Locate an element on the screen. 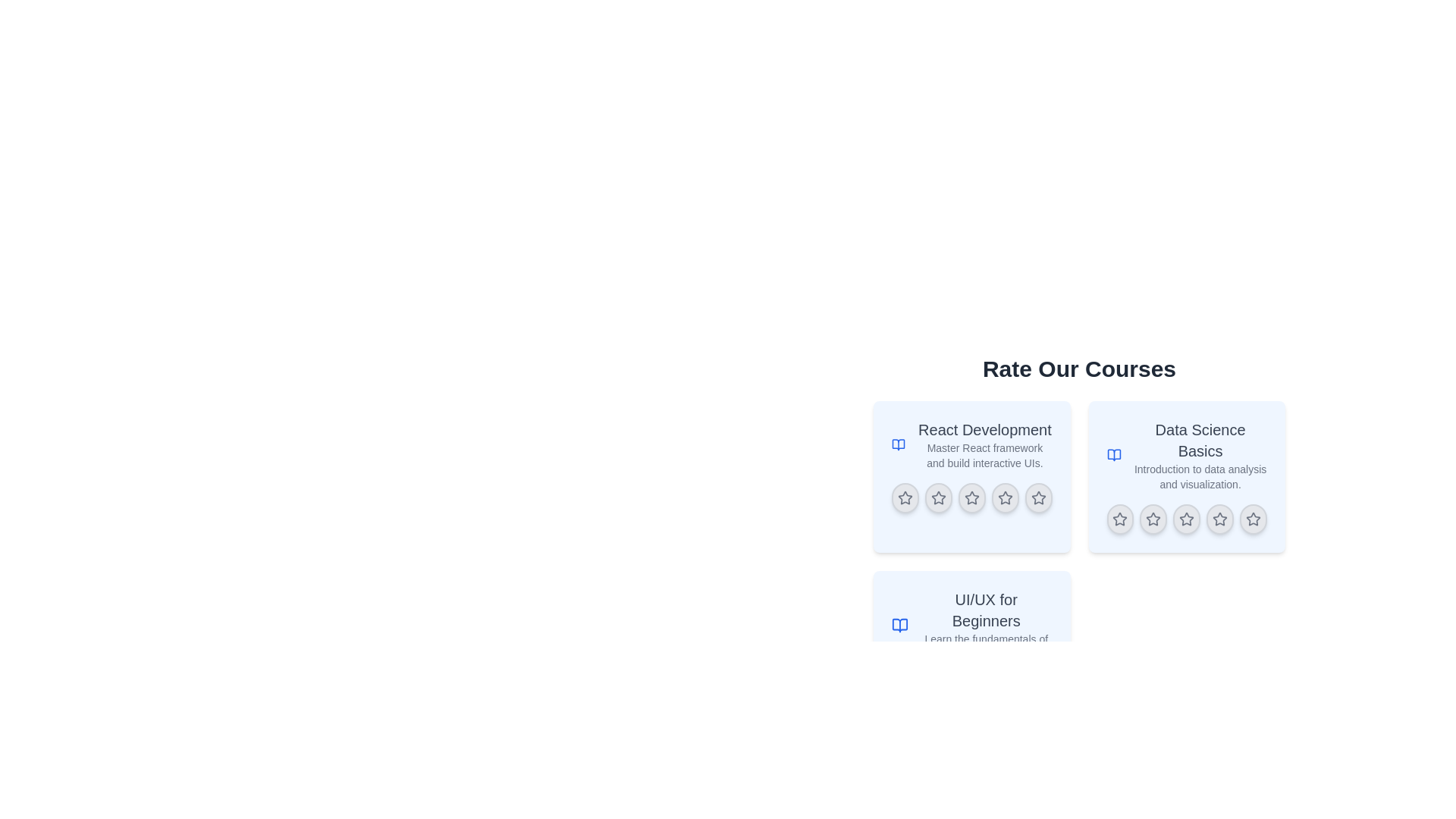  the hollow star icon with a gray outline in the 'Rate Our Courses' section to rate it is located at coordinates (971, 497).